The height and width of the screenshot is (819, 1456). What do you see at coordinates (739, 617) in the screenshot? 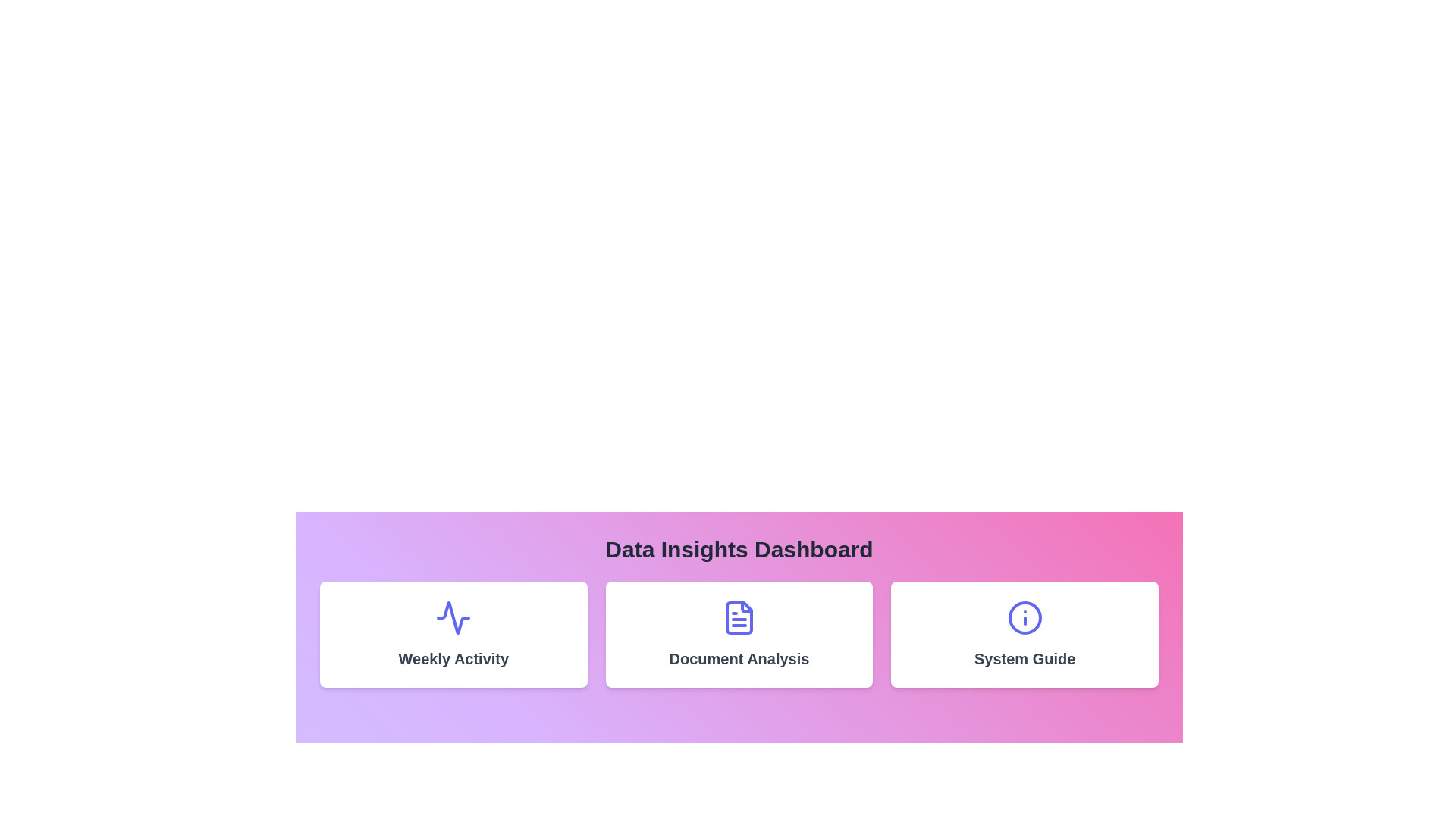
I see `the SVG icon of a document sheet with text lines, styled in bold indigo color, located above the label 'Document Analysis' in the centered card` at bounding box center [739, 617].